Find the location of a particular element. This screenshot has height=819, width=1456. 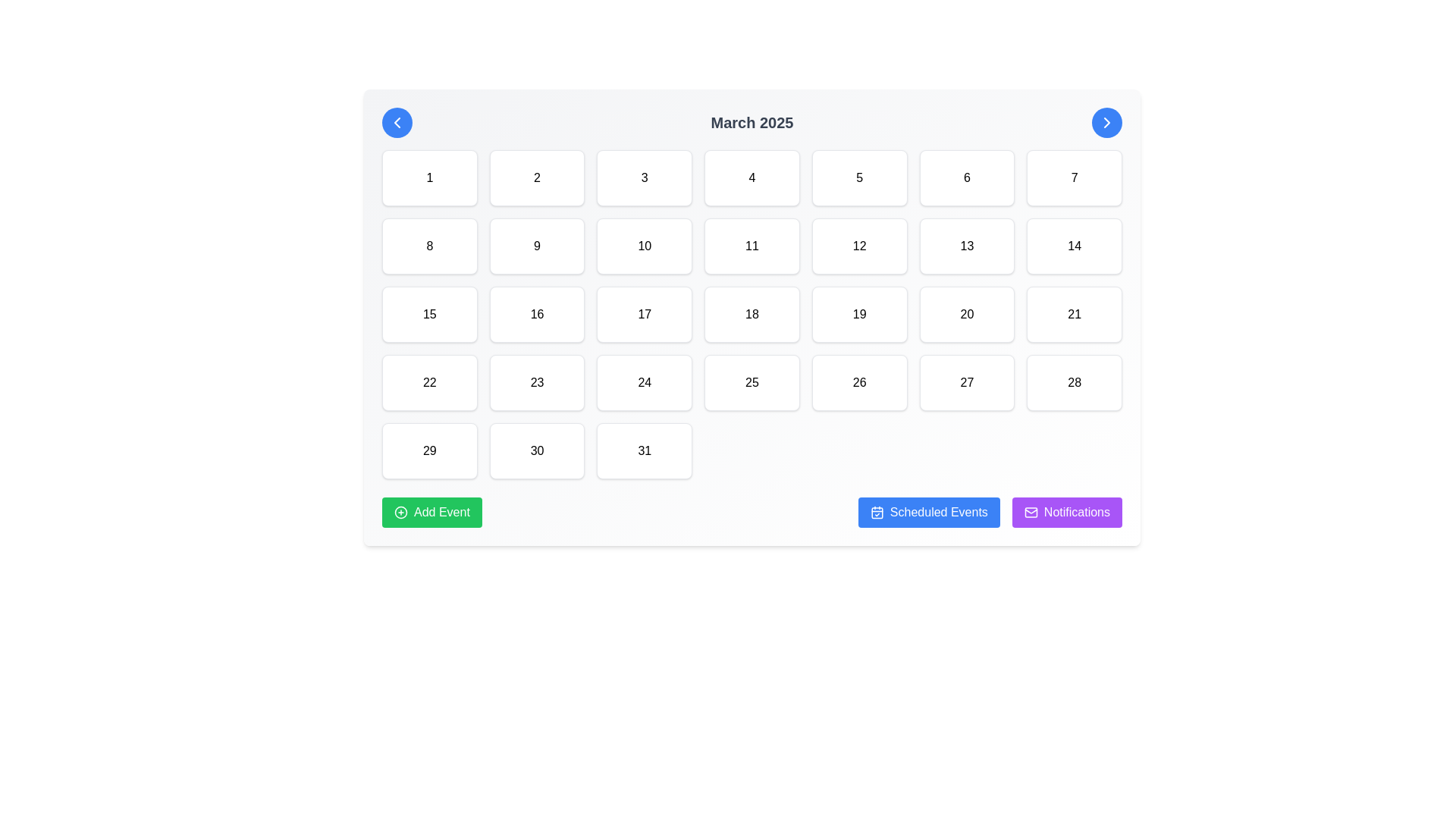

the Calendar Day Box displaying the number '18' is located at coordinates (752, 314).